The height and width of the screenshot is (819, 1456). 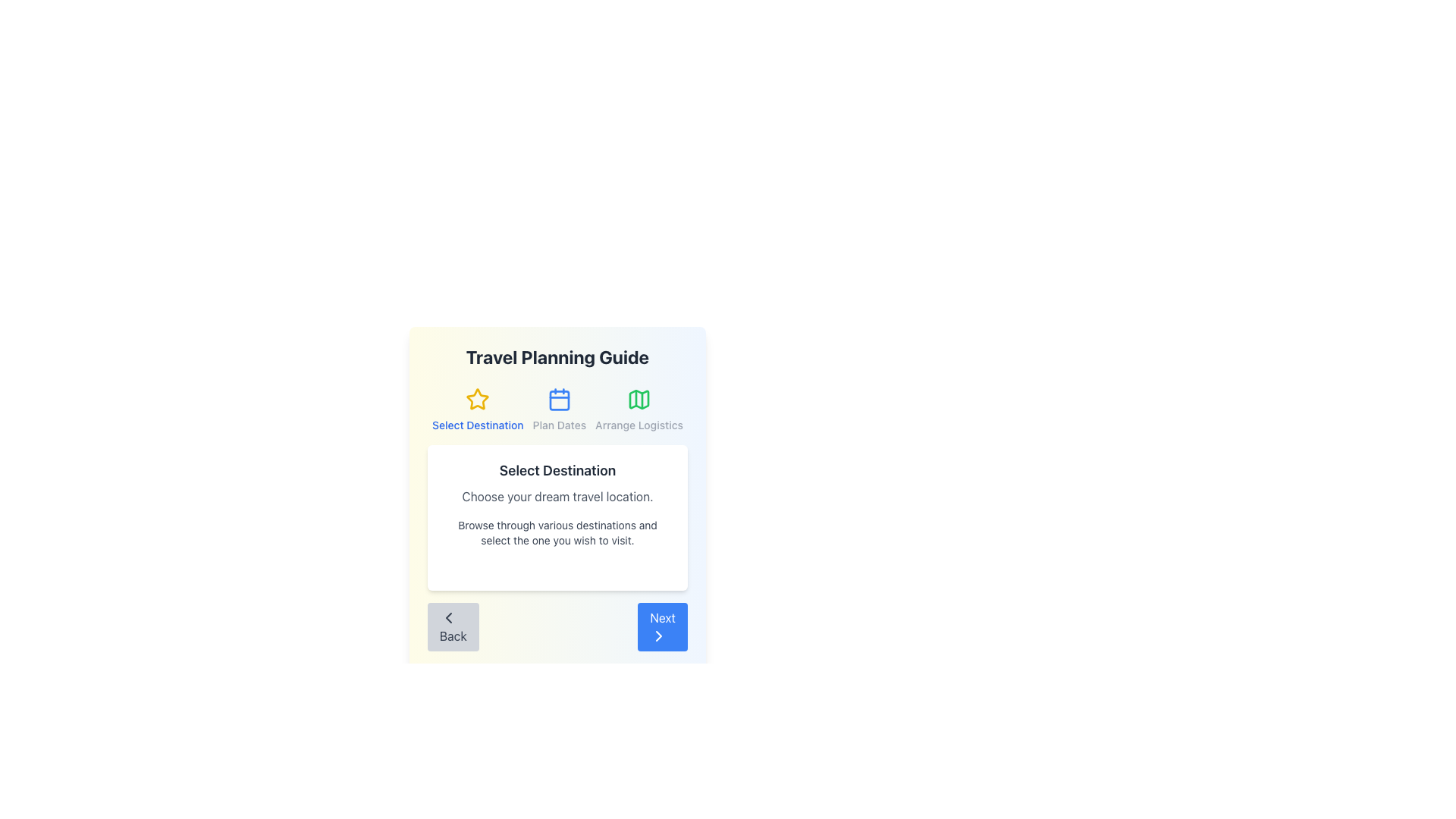 What do you see at coordinates (557, 409) in the screenshot?
I see `the 'Plan Dates' block in the Navigation bar` at bounding box center [557, 409].